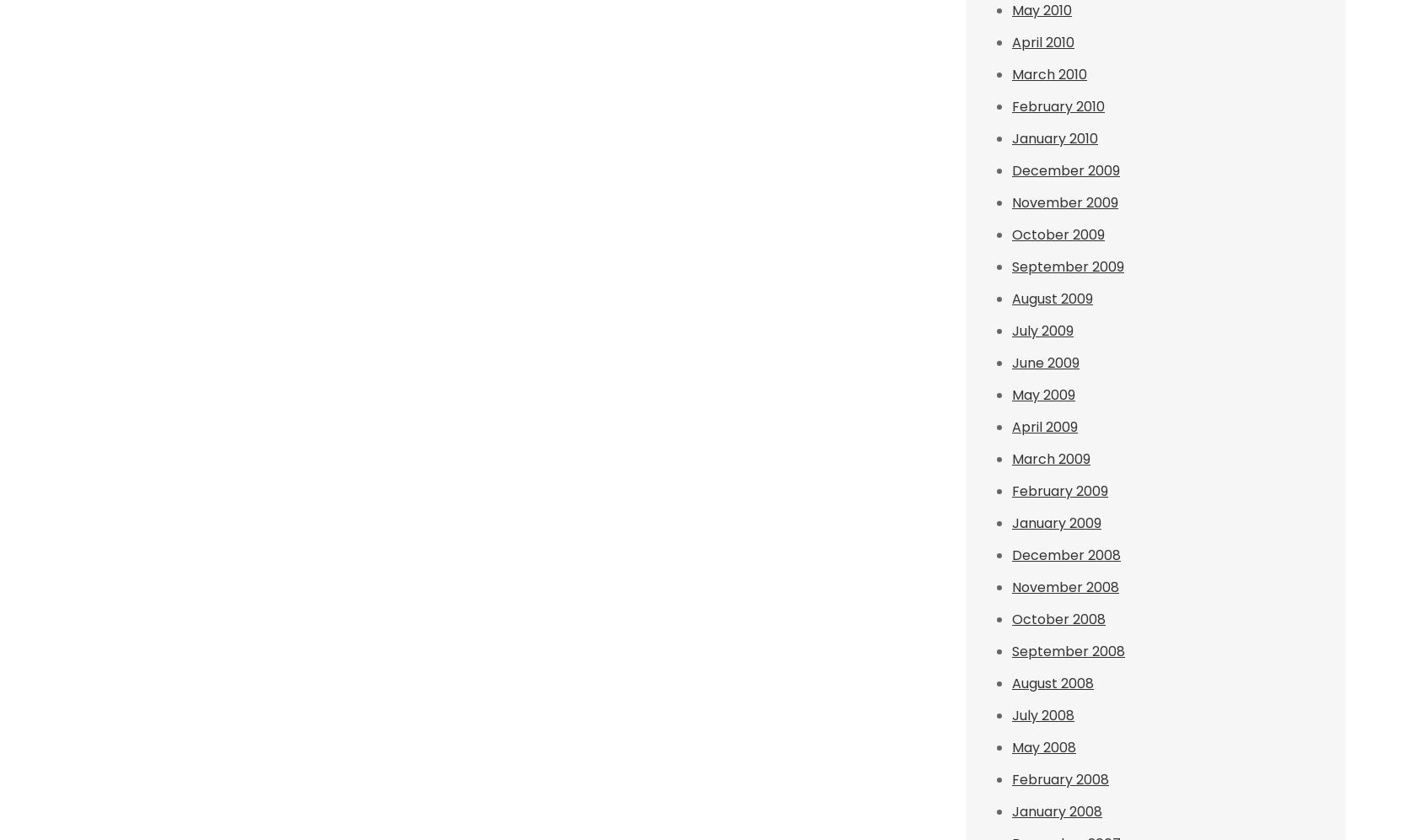  What do you see at coordinates (1058, 105) in the screenshot?
I see `'February 2010'` at bounding box center [1058, 105].